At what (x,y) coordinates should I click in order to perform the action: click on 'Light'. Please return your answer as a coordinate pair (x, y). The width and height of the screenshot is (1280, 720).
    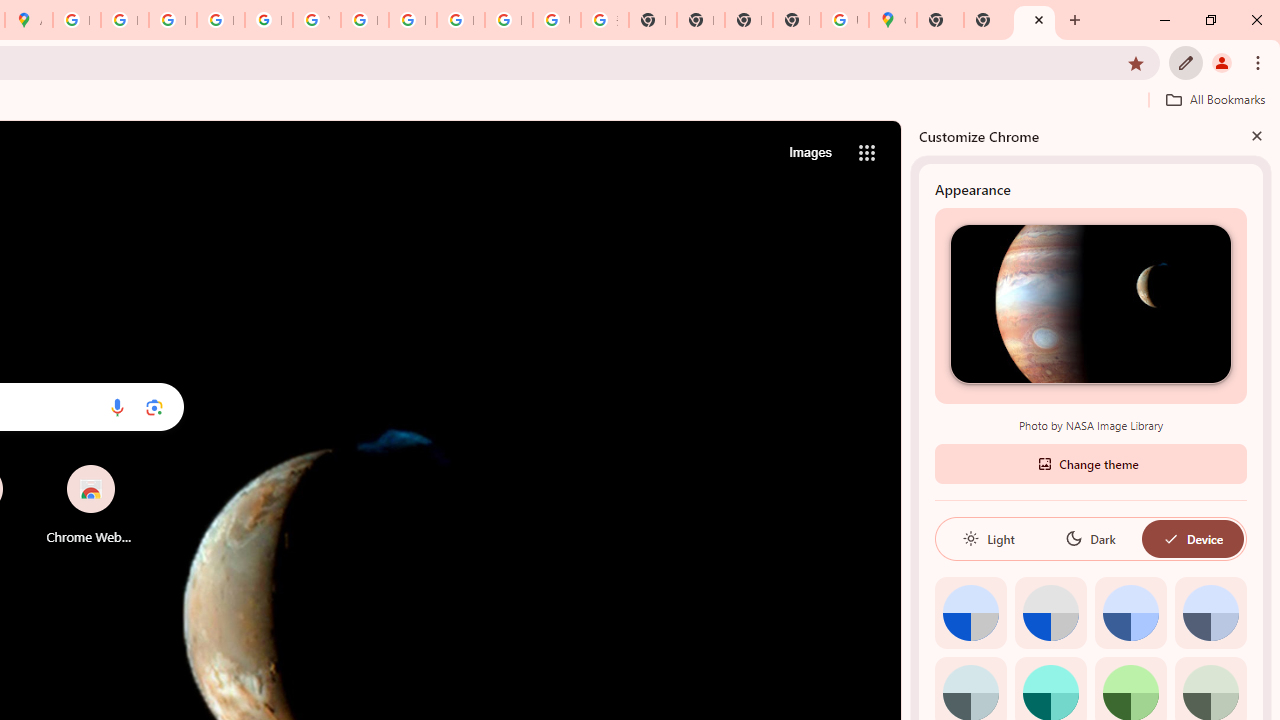
    Looking at the image, I should click on (988, 537).